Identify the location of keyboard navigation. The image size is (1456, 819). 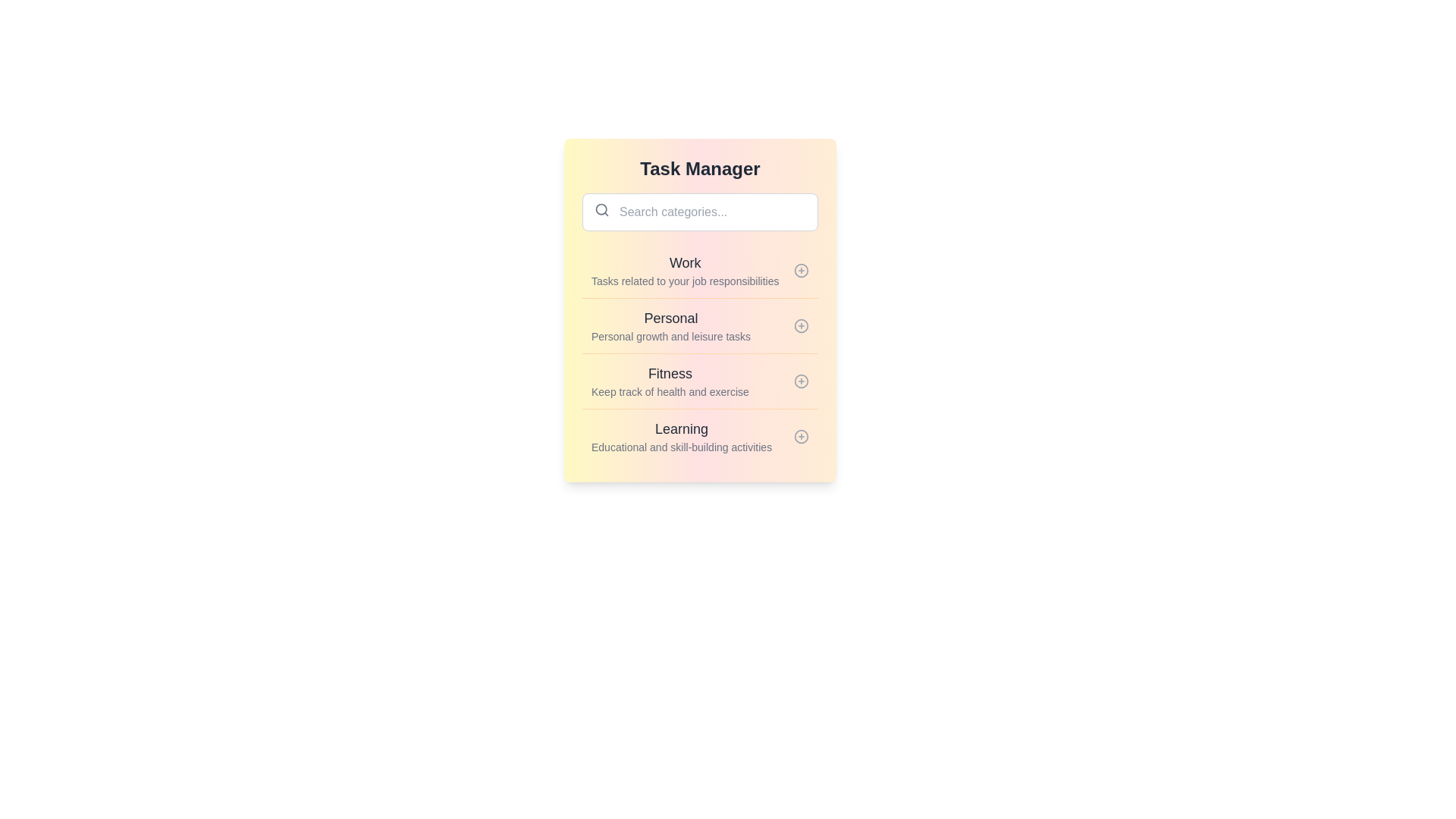
(699, 270).